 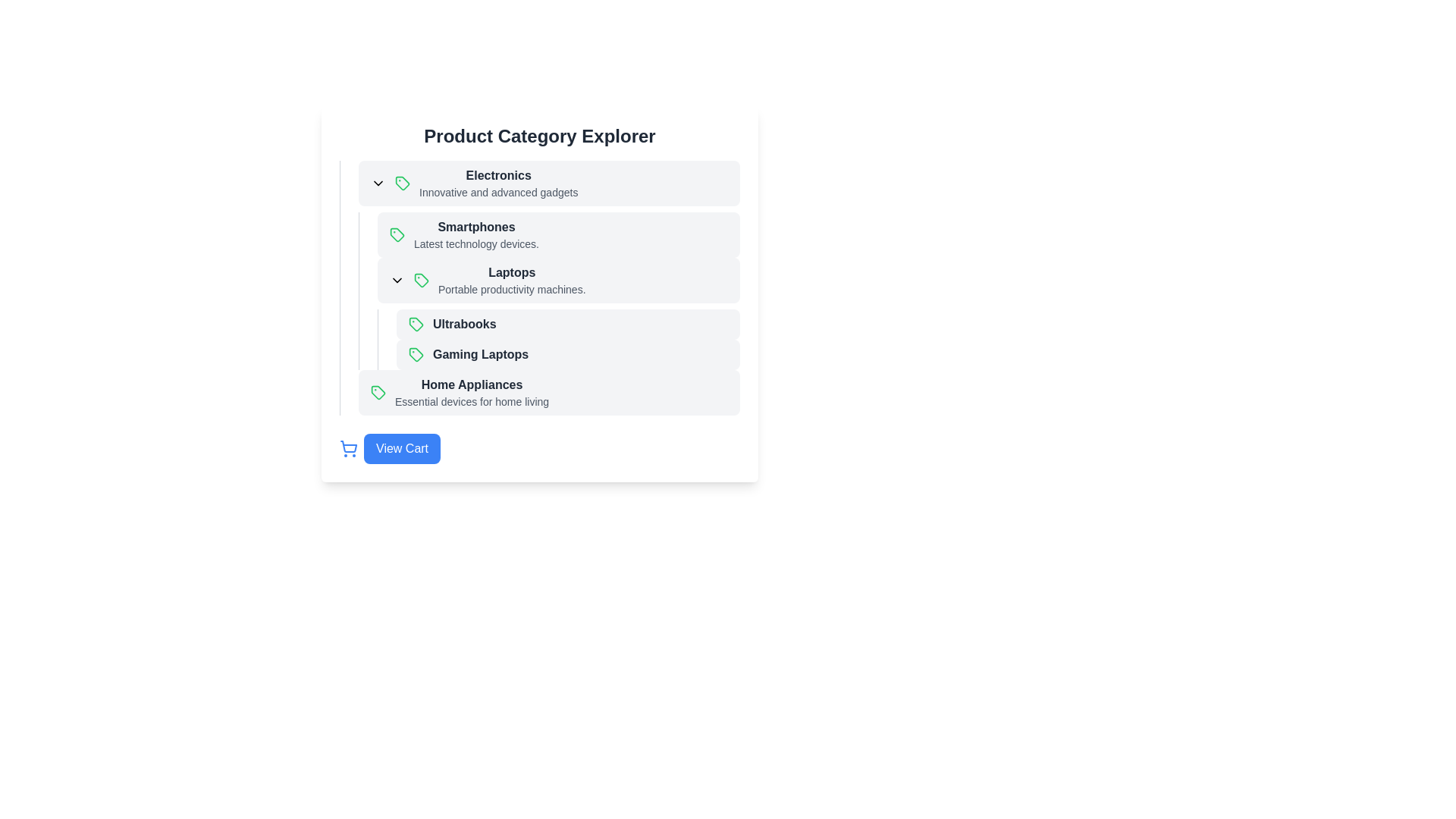 I want to click on the label representing the 'Smartphones' category in the hierarchical navigation menu, so click(x=475, y=234).